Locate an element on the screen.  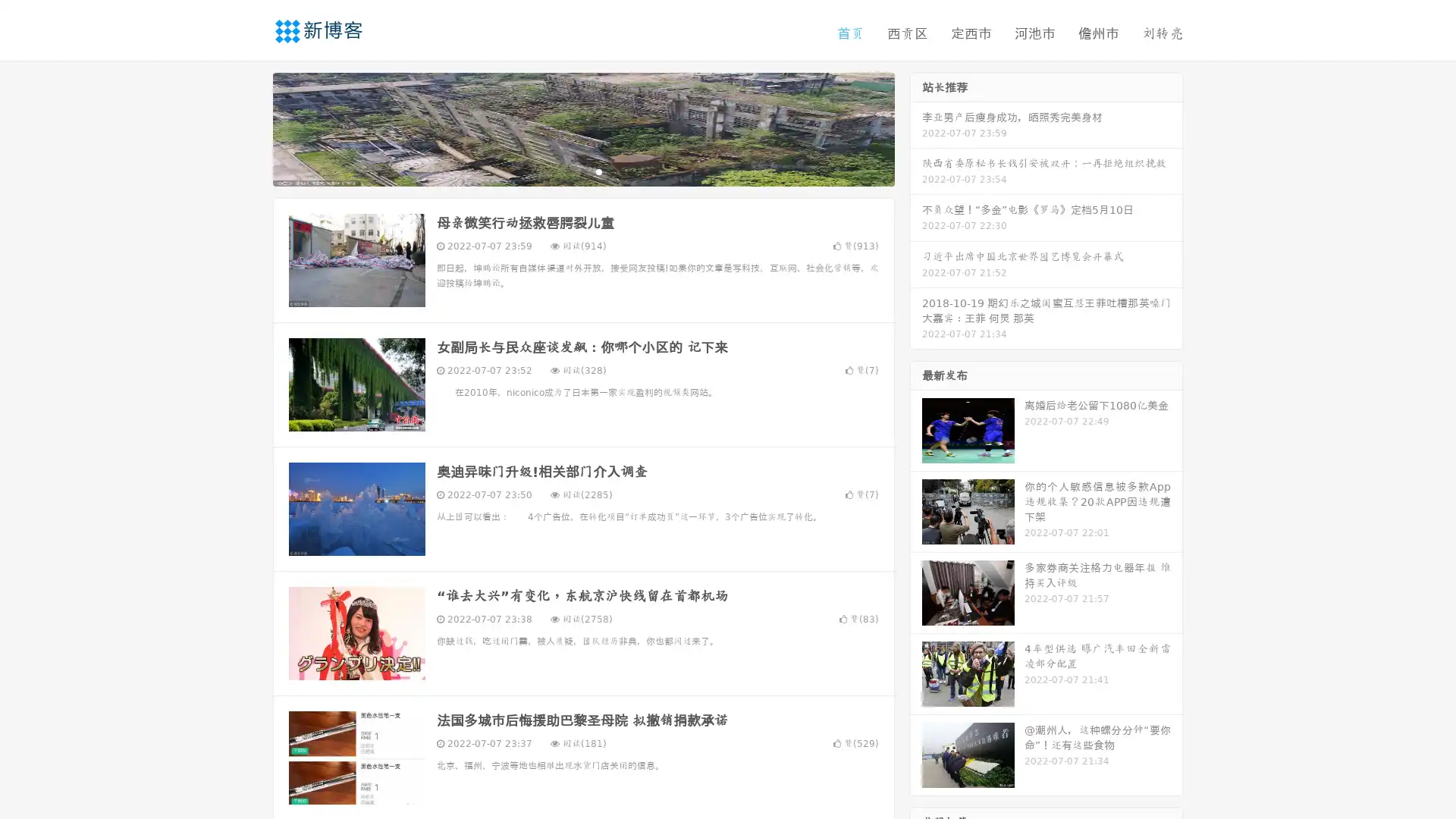
Go to slide 3 is located at coordinates (598, 171).